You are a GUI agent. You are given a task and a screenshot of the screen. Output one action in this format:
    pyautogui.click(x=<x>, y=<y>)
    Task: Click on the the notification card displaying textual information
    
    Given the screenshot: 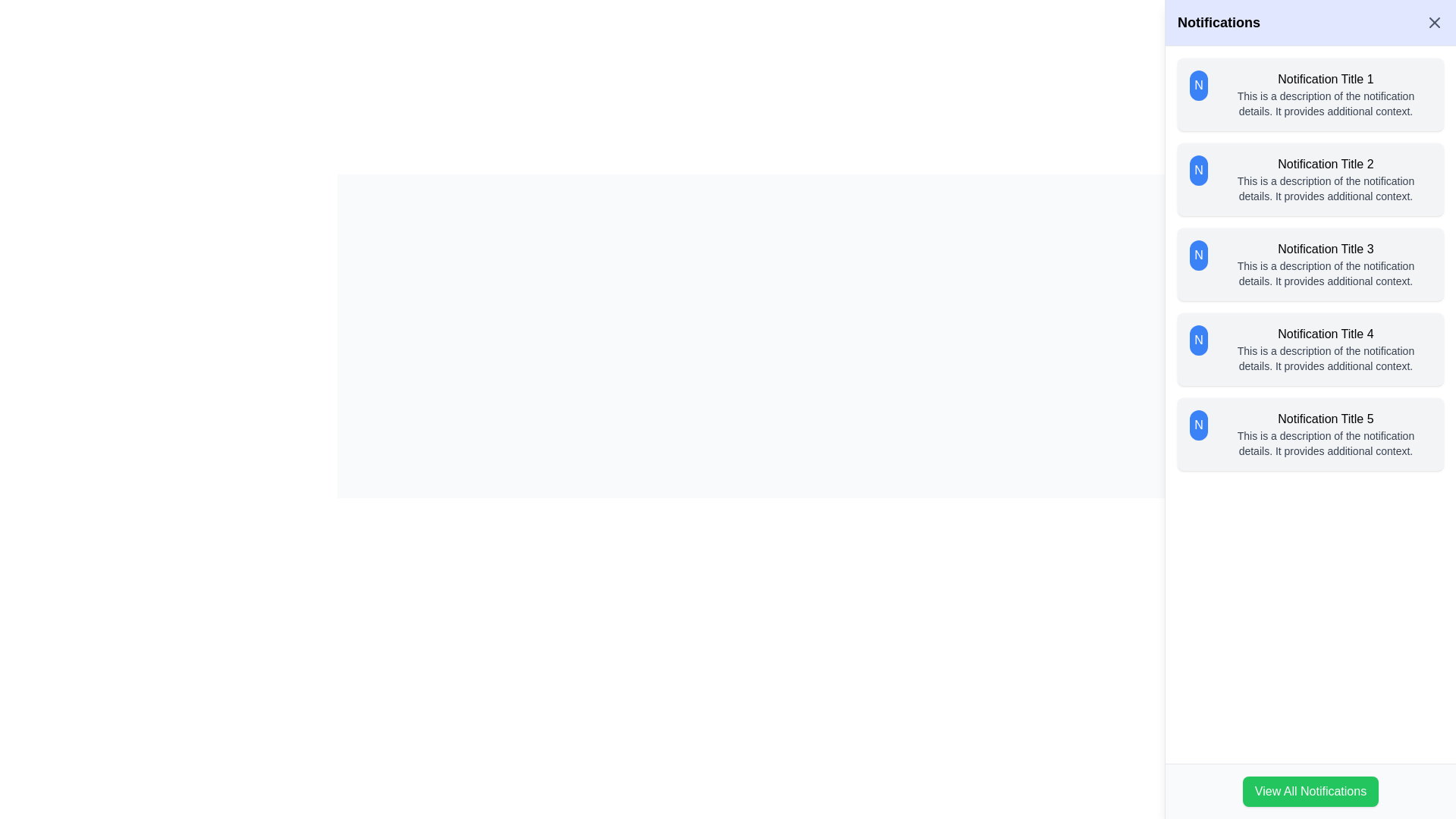 What is the action you would take?
    pyautogui.click(x=1325, y=178)
    